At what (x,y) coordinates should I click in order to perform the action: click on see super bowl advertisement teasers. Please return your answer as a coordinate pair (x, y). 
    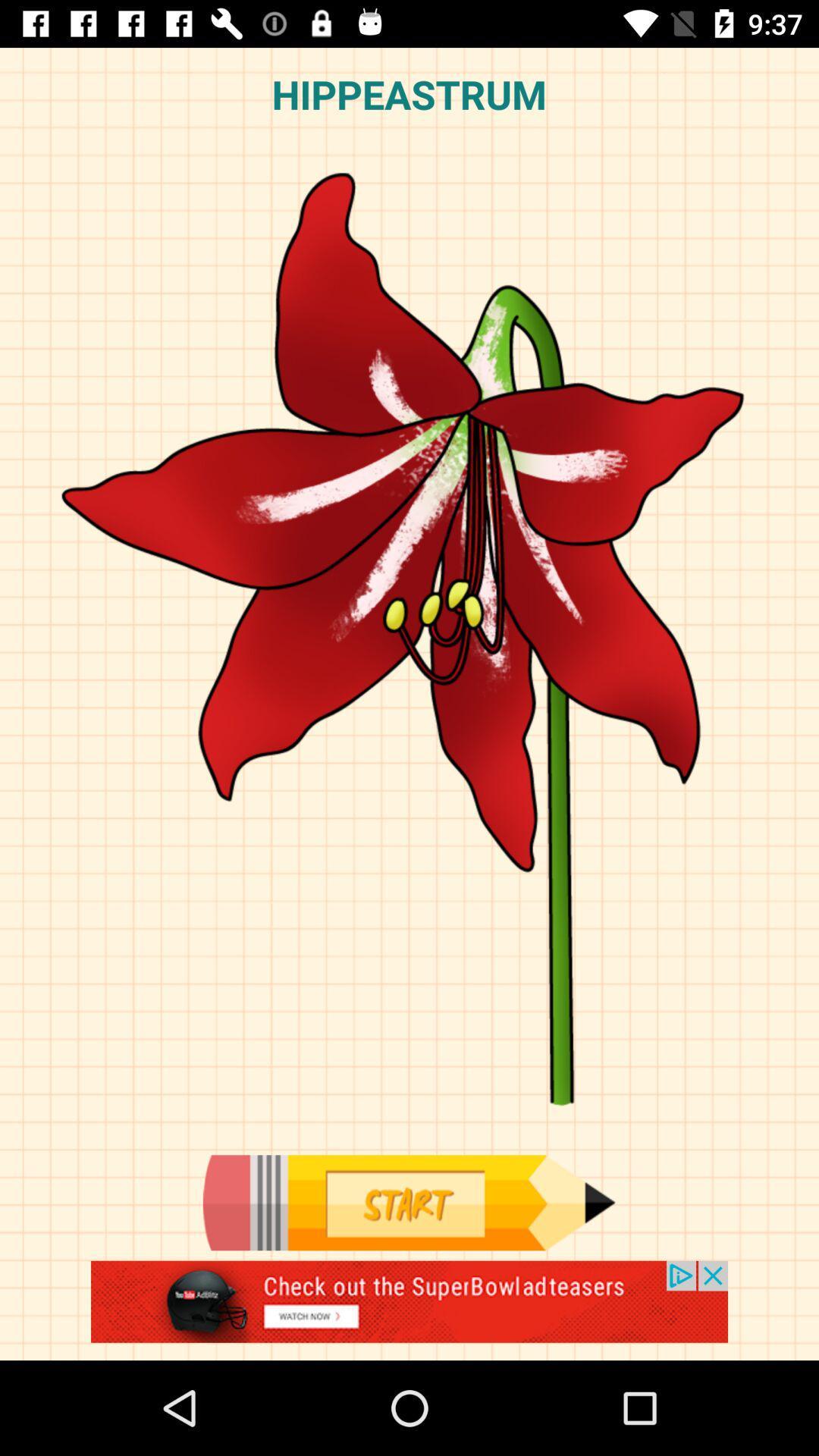
    Looking at the image, I should click on (409, 1310).